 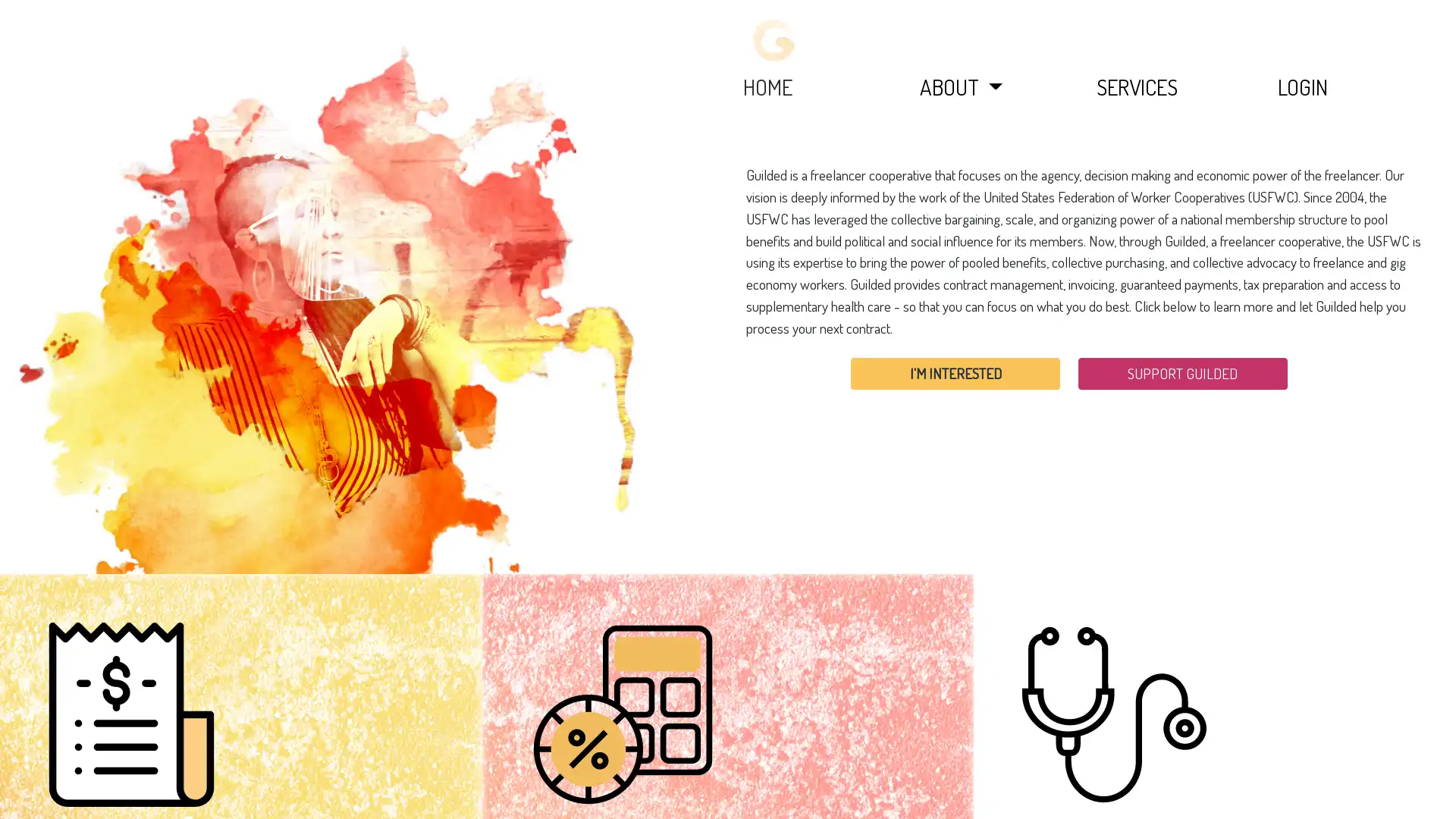 What do you see at coordinates (1181, 373) in the screenshot?
I see `SUPPORT GUILDED` at bounding box center [1181, 373].